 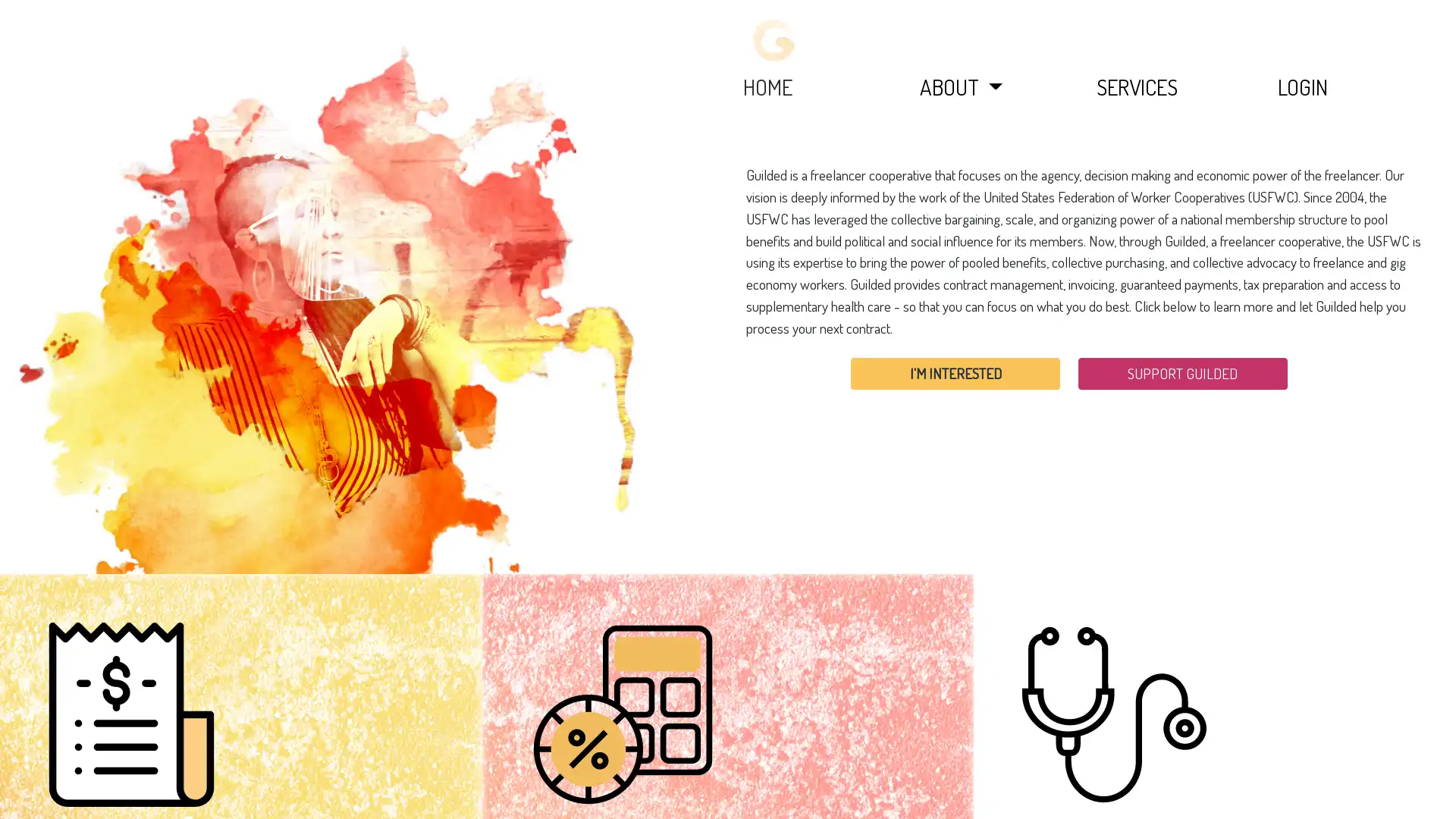 What do you see at coordinates (1181, 373) in the screenshot?
I see `SUPPORT GUILDED` at bounding box center [1181, 373].